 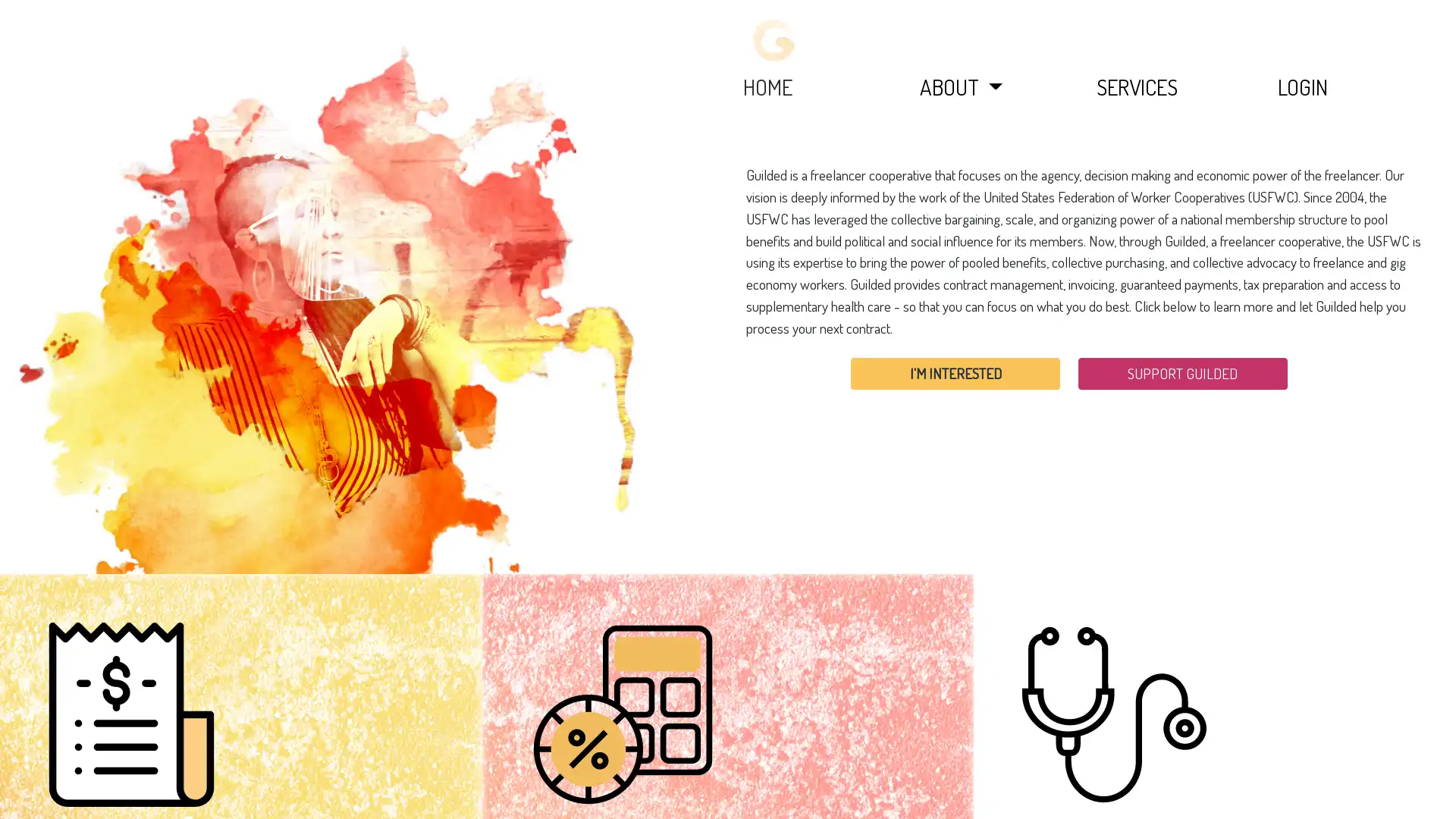 What do you see at coordinates (1181, 373) in the screenshot?
I see `SUPPORT GUILDED` at bounding box center [1181, 373].